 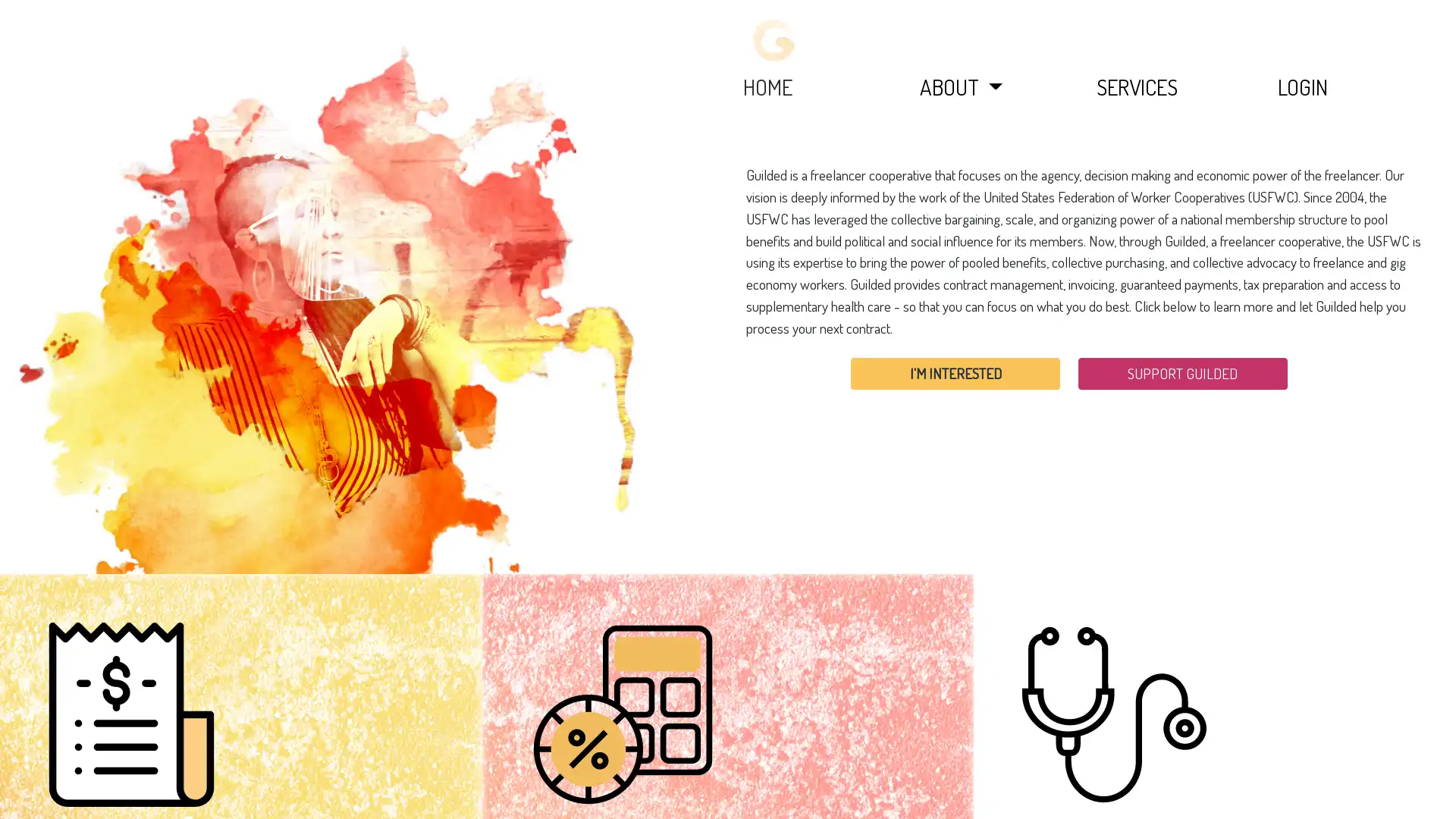 What do you see at coordinates (1181, 373) in the screenshot?
I see `SUPPORT GUILDED` at bounding box center [1181, 373].